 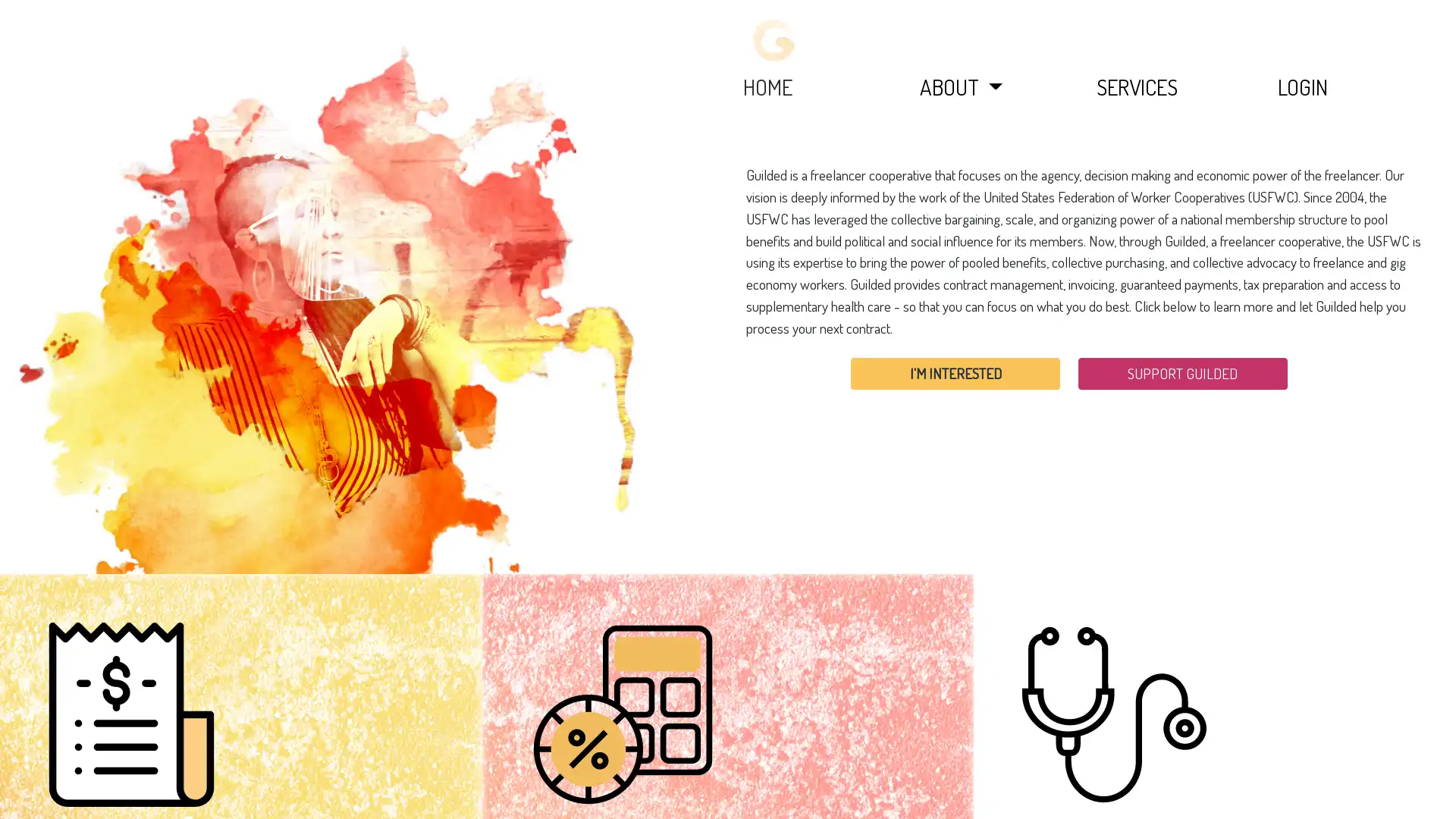 What do you see at coordinates (1181, 373) in the screenshot?
I see `SUPPORT GUILDED` at bounding box center [1181, 373].